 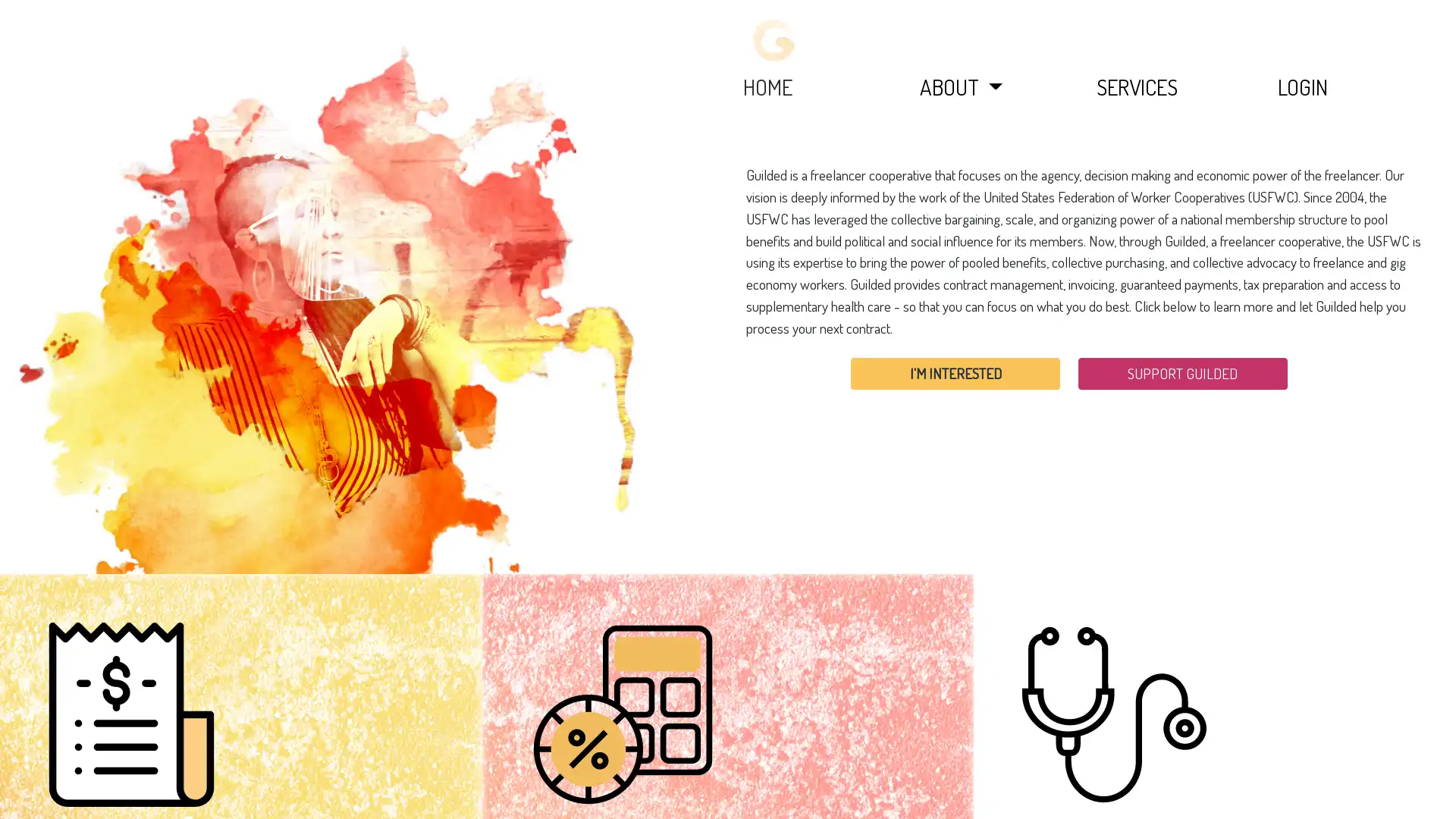 What do you see at coordinates (1181, 373) in the screenshot?
I see `SUPPORT GUILDED` at bounding box center [1181, 373].